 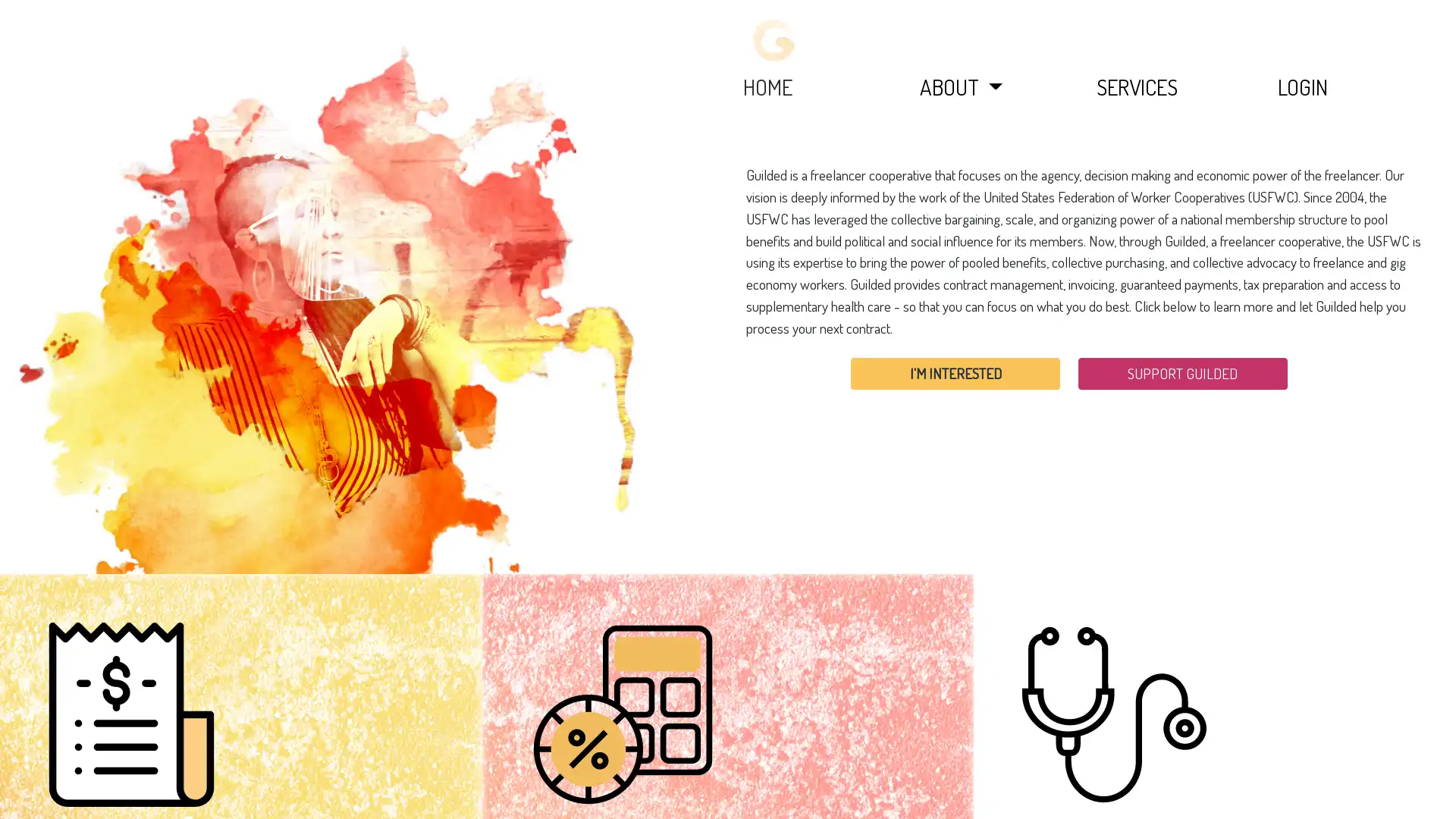 What do you see at coordinates (1181, 373) in the screenshot?
I see `SUPPORT GUILDED` at bounding box center [1181, 373].